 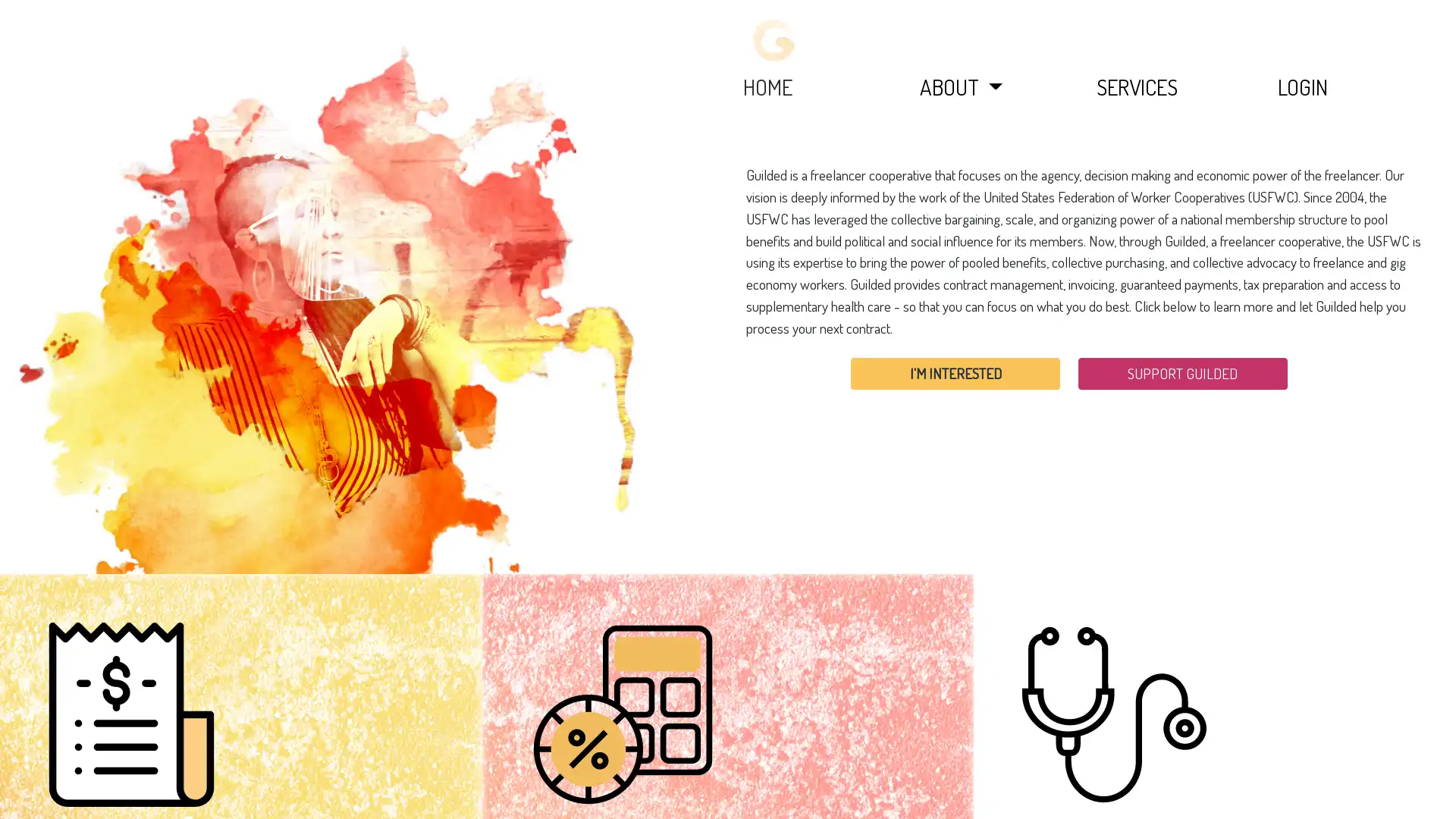 What do you see at coordinates (1181, 373) in the screenshot?
I see `SUPPORT GUILDED` at bounding box center [1181, 373].